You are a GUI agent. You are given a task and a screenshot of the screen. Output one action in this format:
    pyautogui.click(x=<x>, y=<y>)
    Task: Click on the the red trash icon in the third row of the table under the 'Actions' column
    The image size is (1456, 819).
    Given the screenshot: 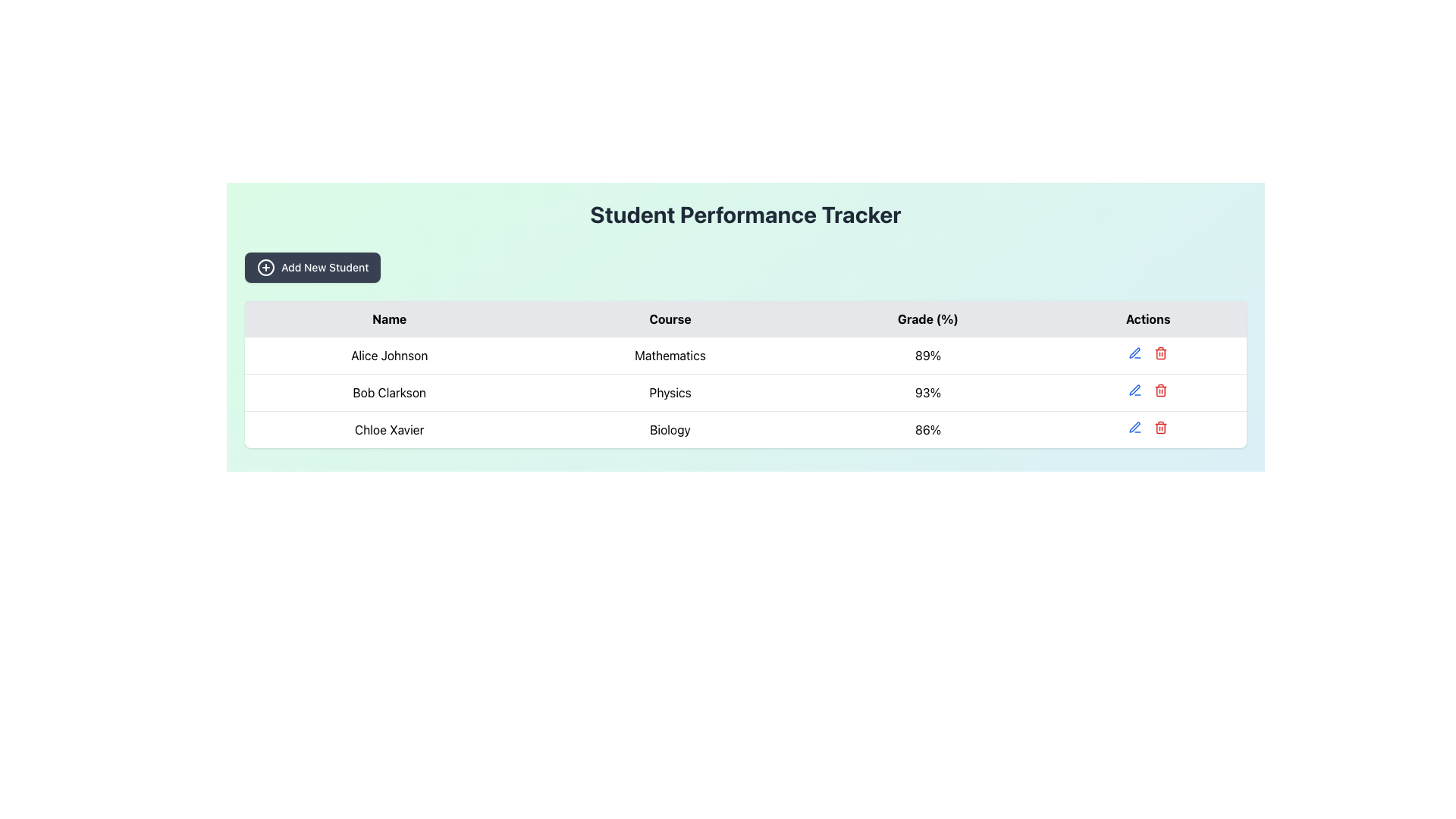 What is the action you would take?
    pyautogui.click(x=1160, y=390)
    